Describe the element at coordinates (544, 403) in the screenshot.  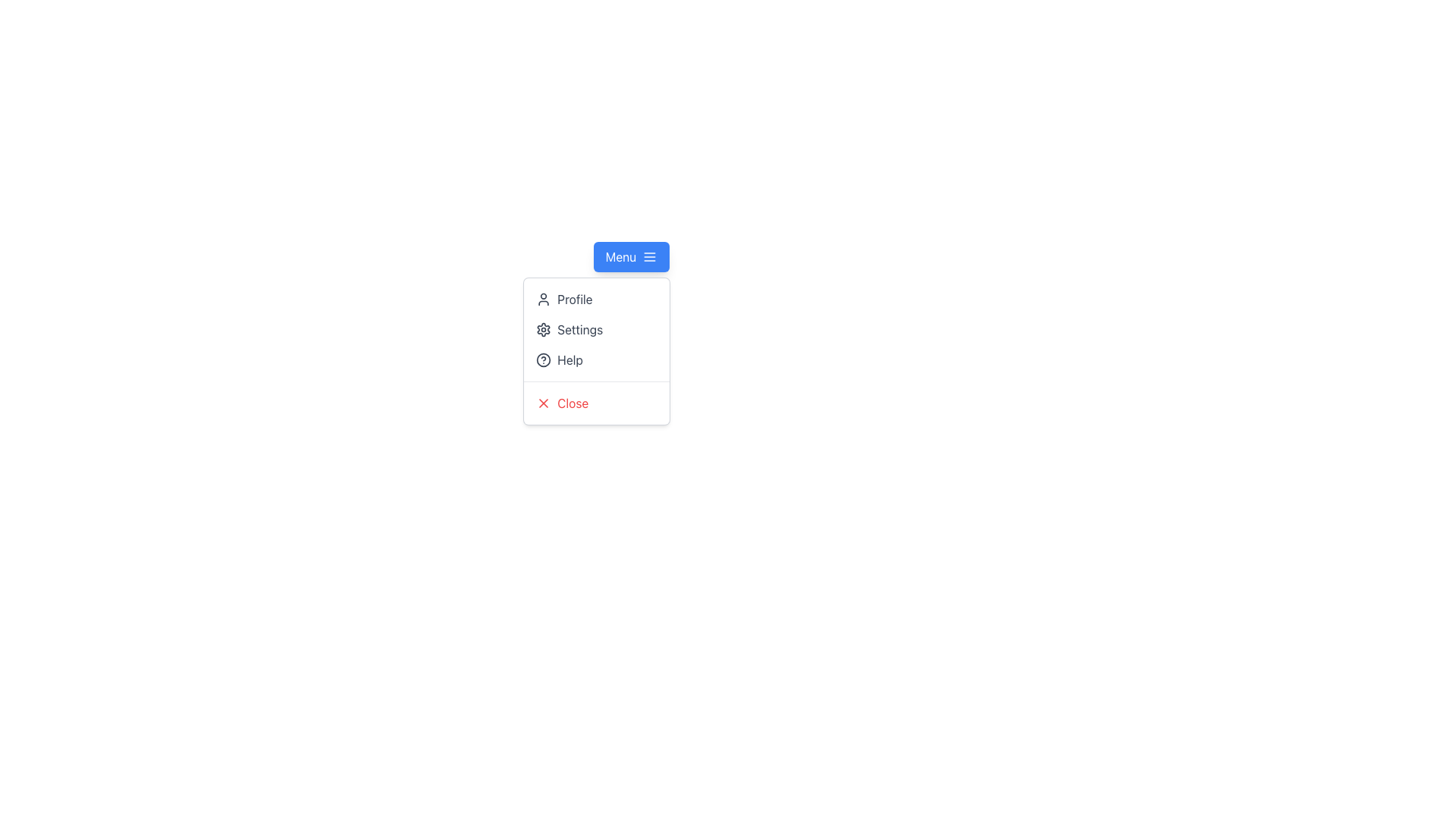
I see `the red cross-shaped icon representing the 'Close' action located in the dropdown menu at the end of the options list` at that location.